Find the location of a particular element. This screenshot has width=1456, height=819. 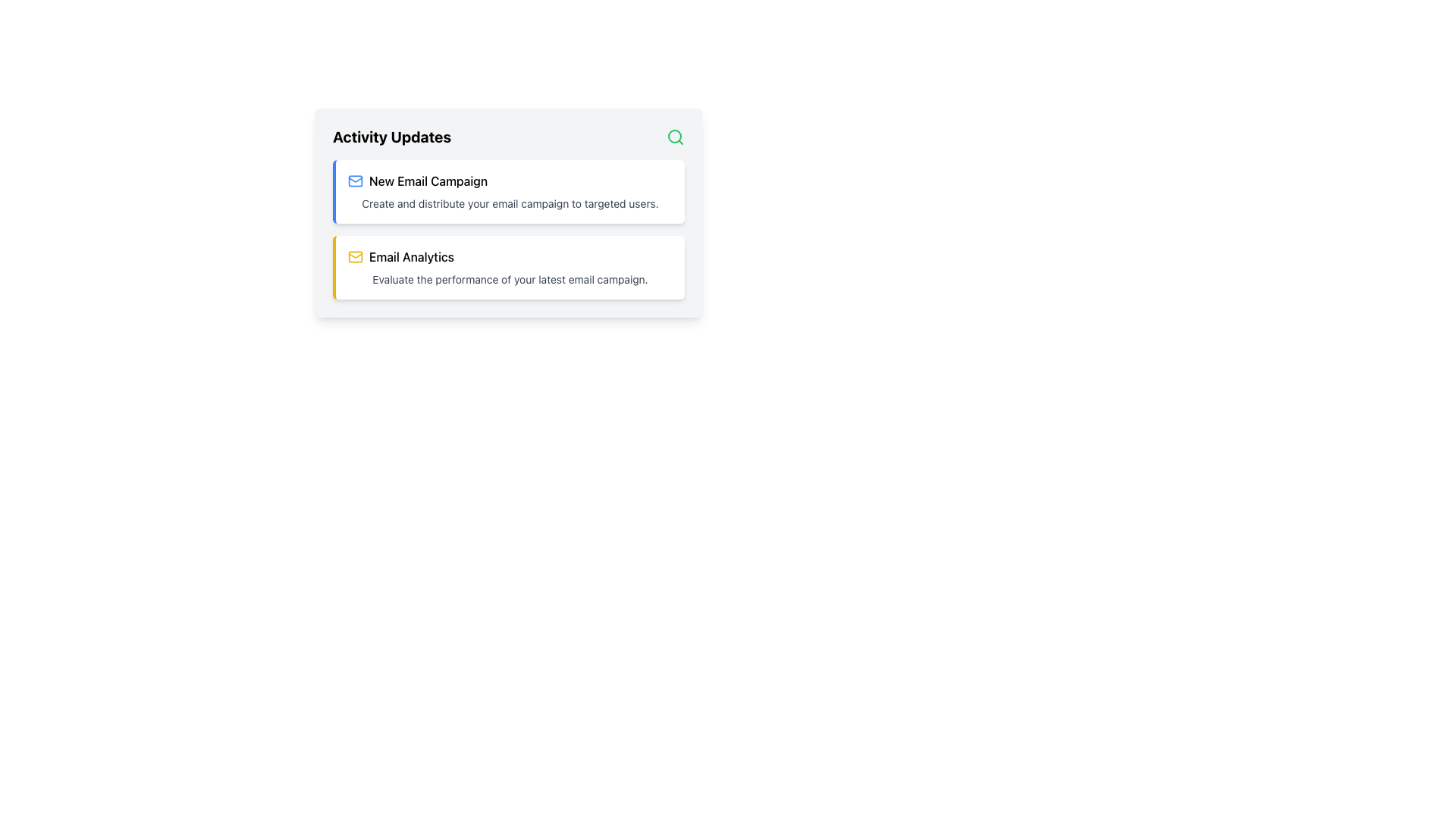

the visual representation of the email envelope icon, which is part of the email analytics section under 'Activity Updates' is located at coordinates (355, 256).